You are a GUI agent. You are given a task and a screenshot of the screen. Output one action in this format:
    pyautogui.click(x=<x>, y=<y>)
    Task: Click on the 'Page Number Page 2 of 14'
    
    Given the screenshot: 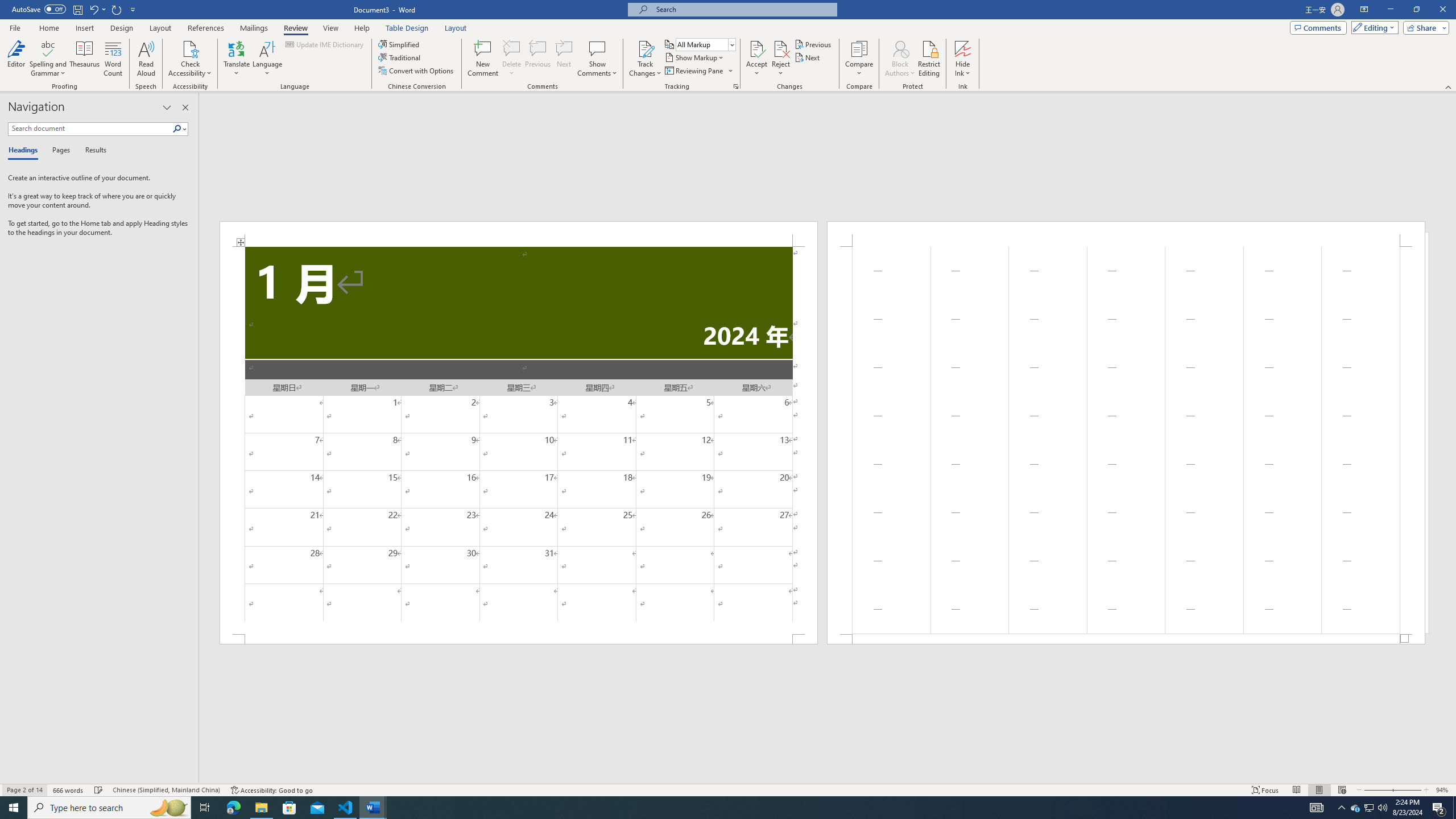 What is the action you would take?
    pyautogui.click(x=24, y=790)
    